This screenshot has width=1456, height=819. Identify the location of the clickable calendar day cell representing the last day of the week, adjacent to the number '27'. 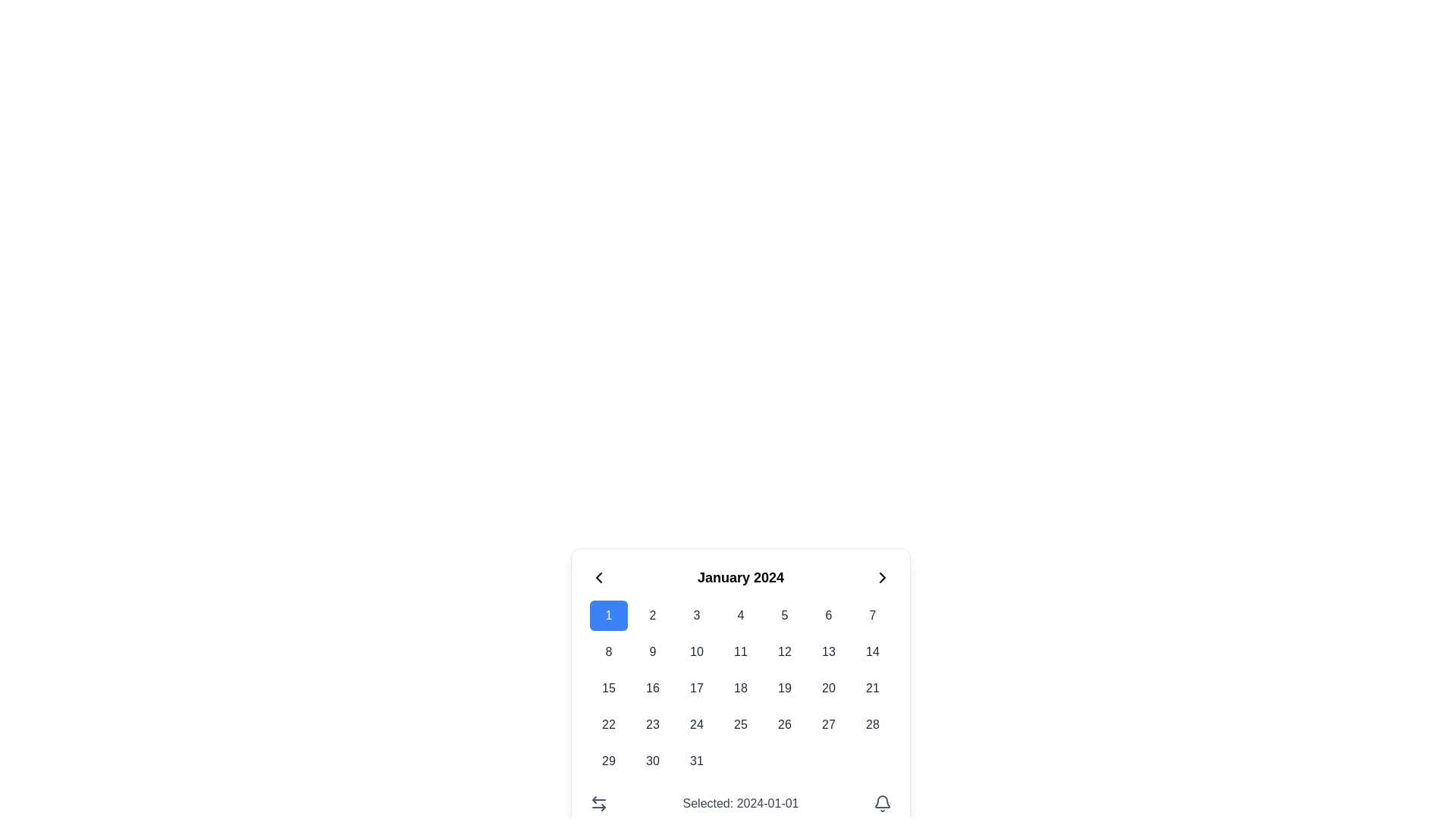
(873, 724).